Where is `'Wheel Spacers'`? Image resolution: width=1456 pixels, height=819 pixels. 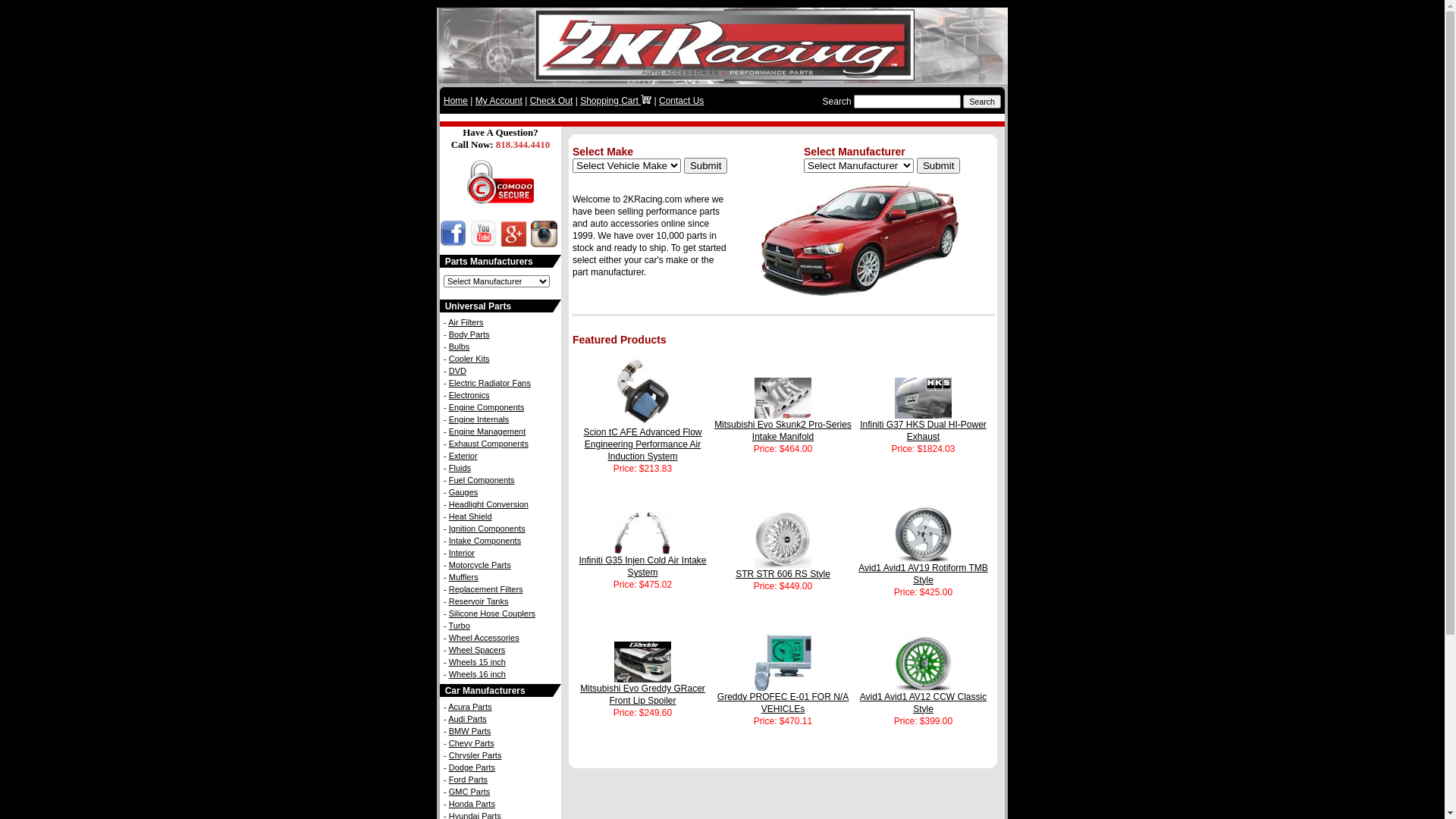 'Wheel Spacers' is located at coordinates (447, 648).